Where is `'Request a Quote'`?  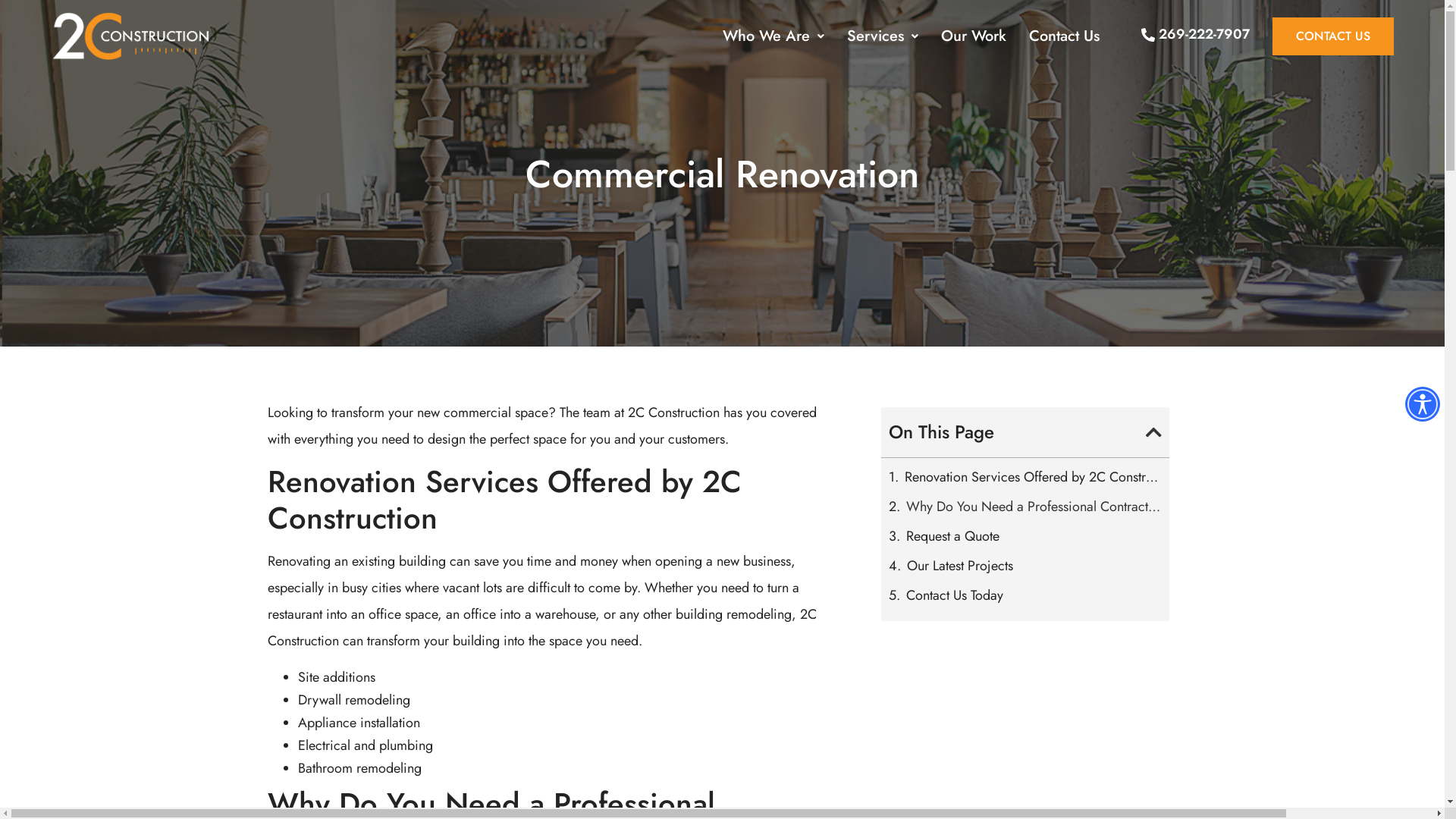
'Request a Quote' is located at coordinates (952, 535).